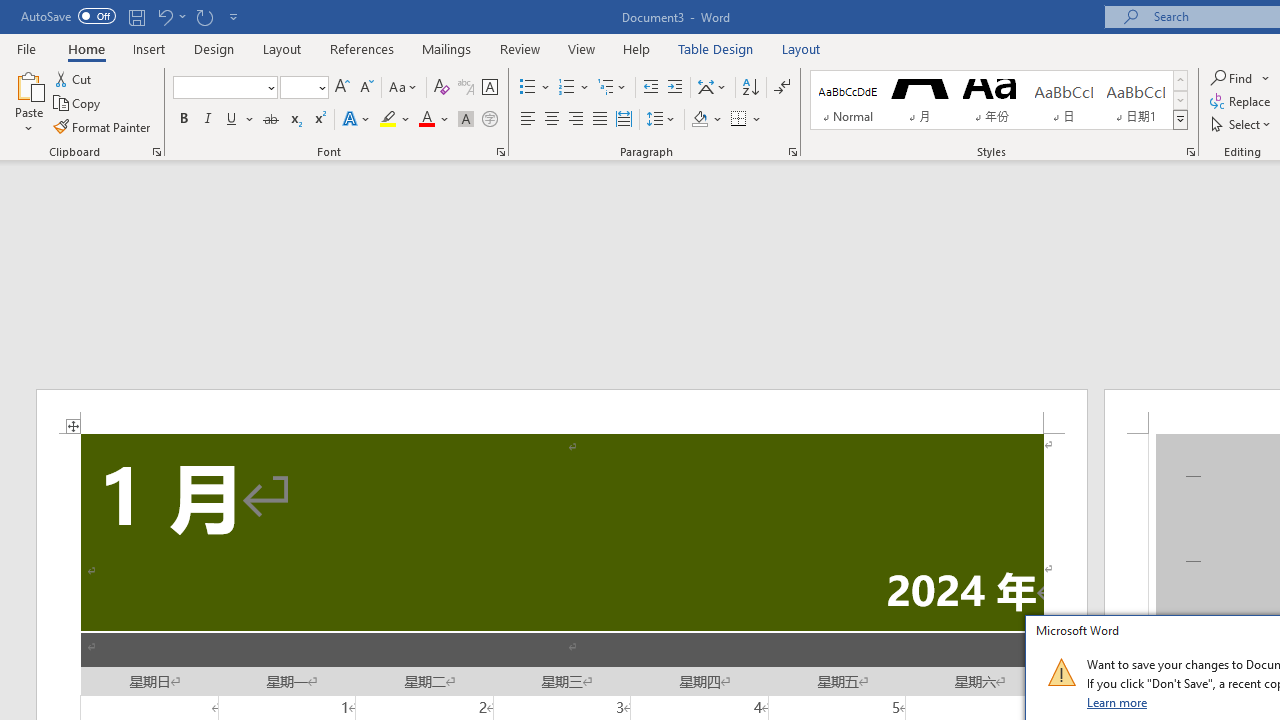 This screenshot has width=1280, height=720. Describe the element at coordinates (707, 119) in the screenshot. I see `'Shading'` at that location.